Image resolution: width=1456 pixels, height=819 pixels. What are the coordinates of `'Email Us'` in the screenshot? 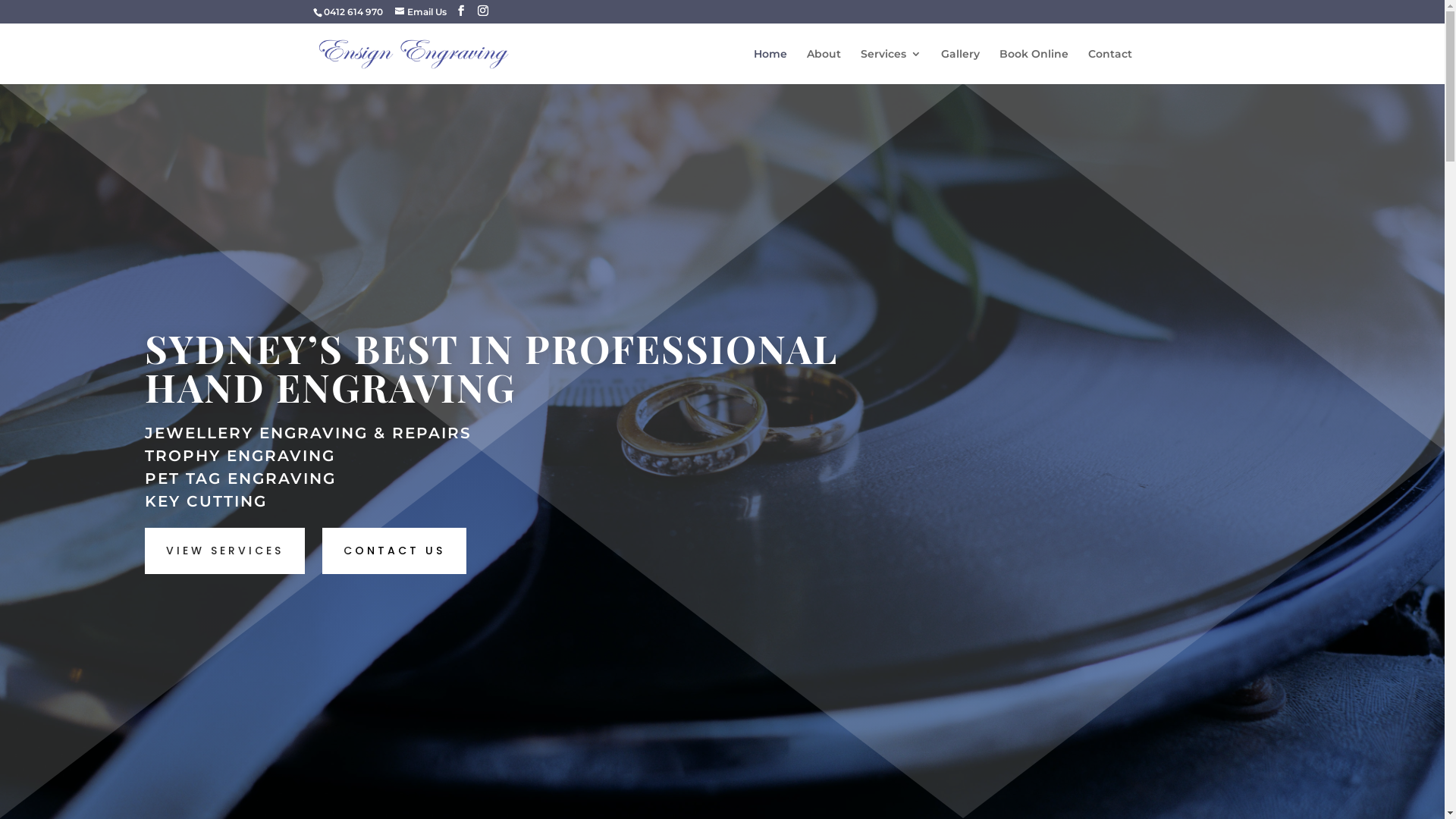 It's located at (419, 11).